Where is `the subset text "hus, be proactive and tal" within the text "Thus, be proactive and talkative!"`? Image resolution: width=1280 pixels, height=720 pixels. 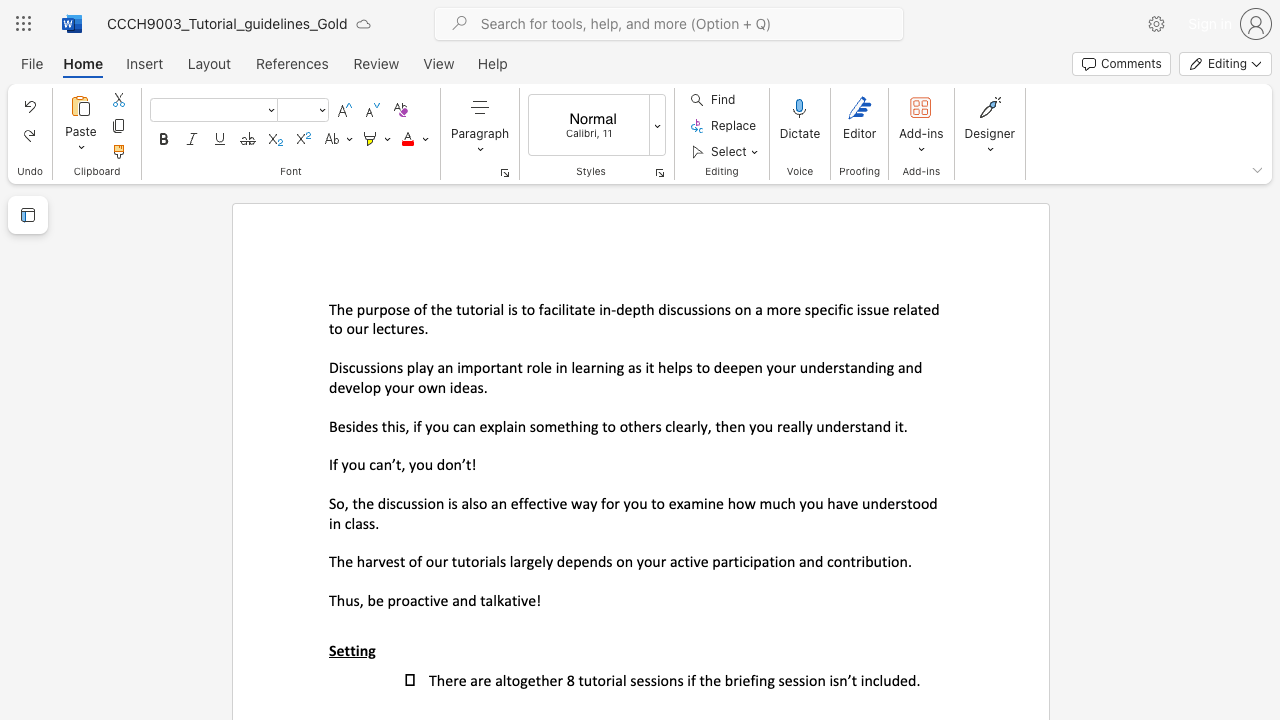
the subset text "hus, be proactive and tal" within the text "Thus, be proactive and talkative!" is located at coordinates (336, 599).